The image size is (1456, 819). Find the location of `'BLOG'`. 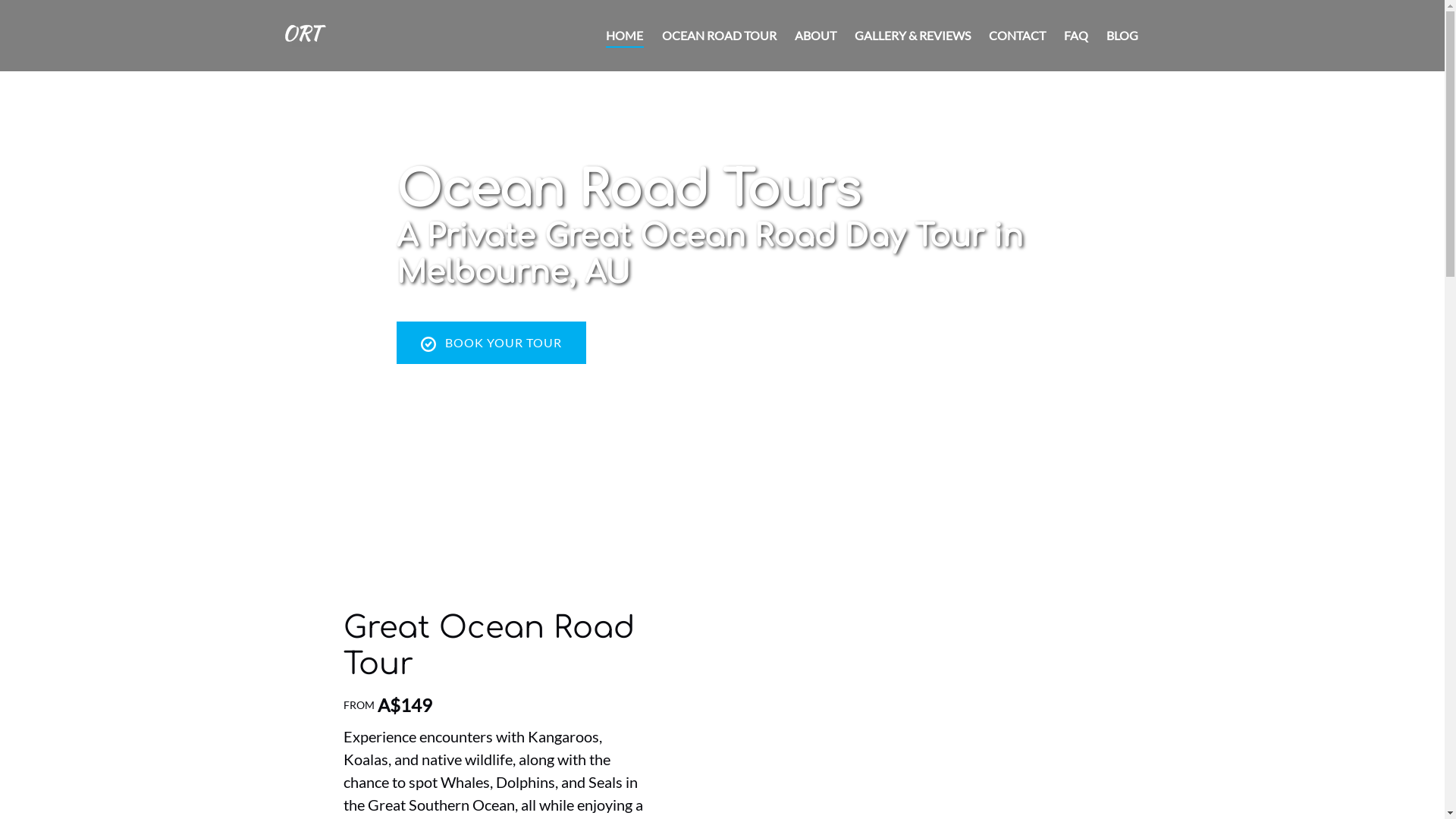

'BLOG' is located at coordinates (1121, 34).